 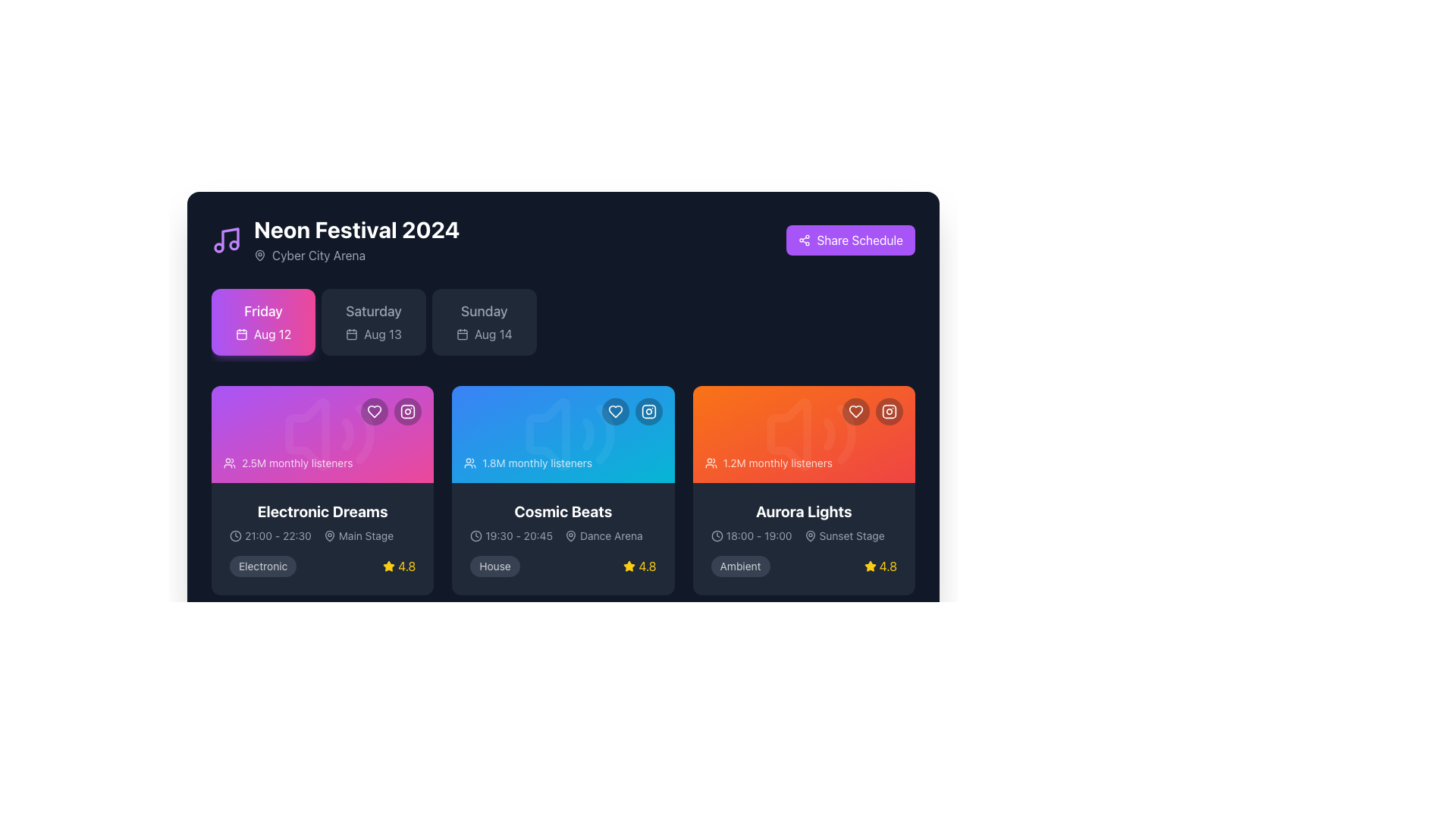 What do you see at coordinates (382, 333) in the screenshot?
I see `the text label displaying 'Aug 13' in medium-light gray color on a dark background, which is the middle date card labeled 'Saturday' among three date cards` at bounding box center [382, 333].